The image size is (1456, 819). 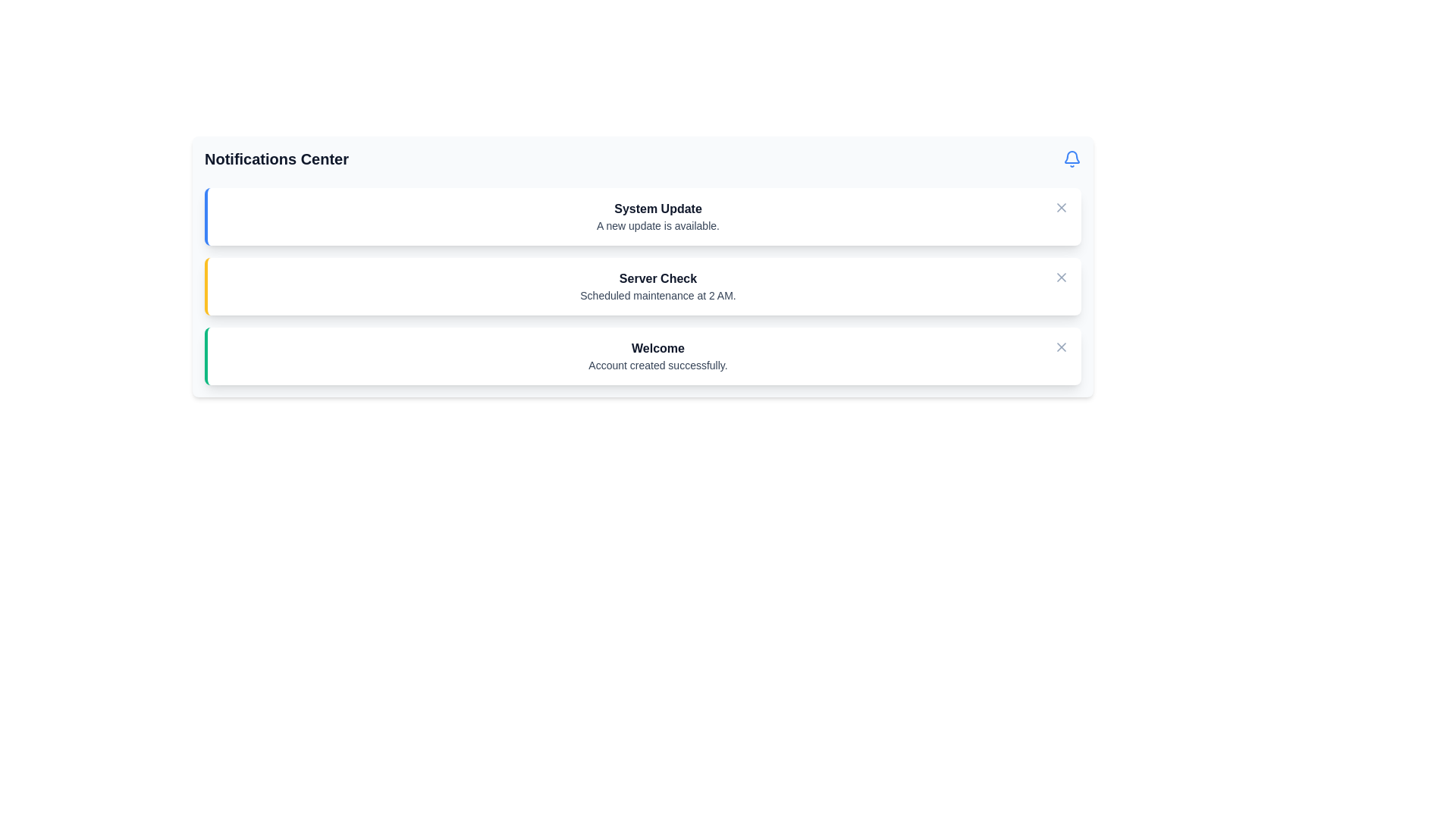 What do you see at coordinates (643, 216) in the screenshot?
I see `details of the first notification card titled 'System Update', which includes a bold title and a subtitle, located at the top of the notification stack` at bounding box center [643, 216].